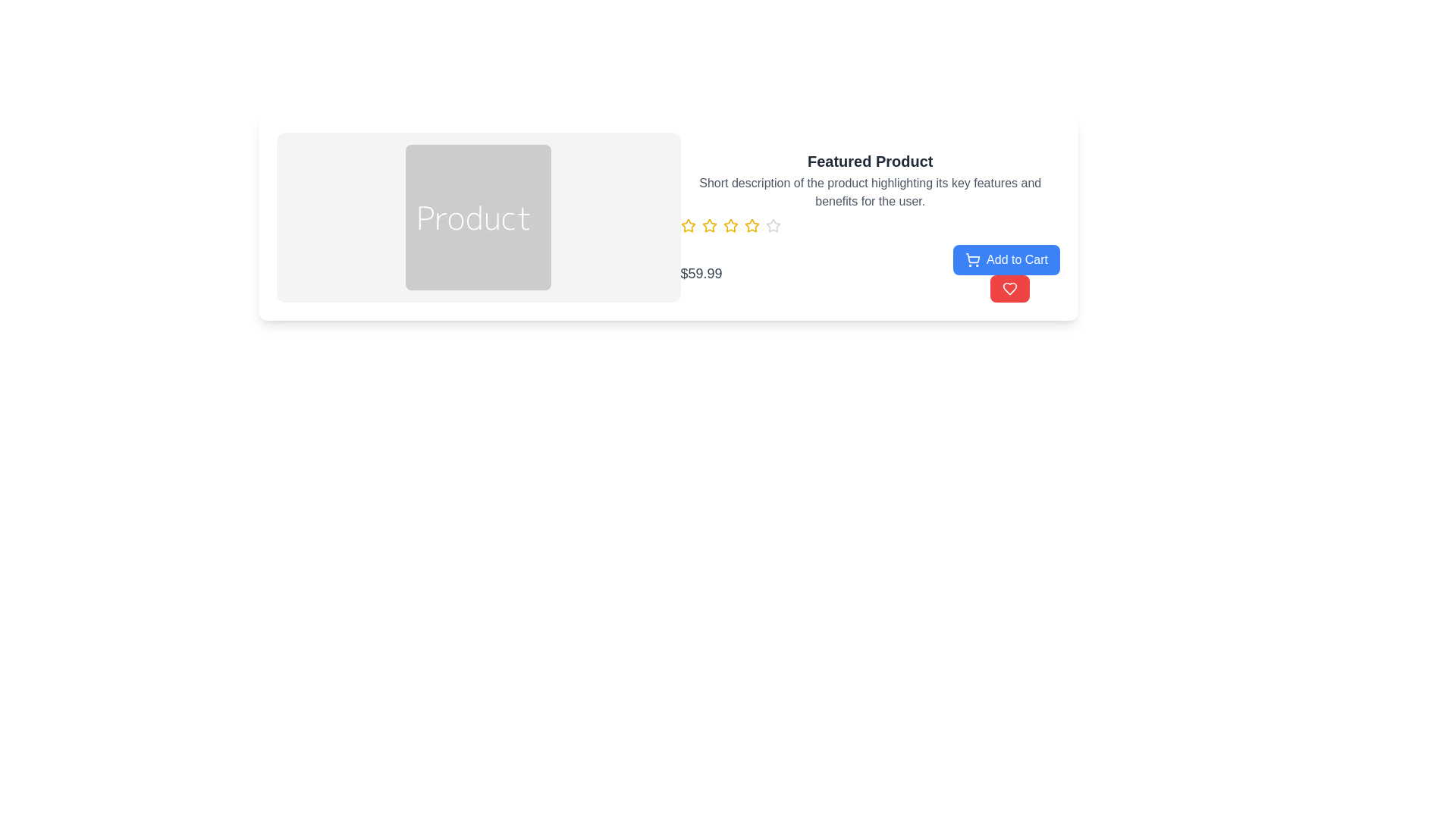 The width and height of the screenshot is (1456, 819). Describe the element at coordinates (1009, 289) in the screenshot. I see `the heart-shaped icon button located at the bottom-right corner of the content card` at that location.